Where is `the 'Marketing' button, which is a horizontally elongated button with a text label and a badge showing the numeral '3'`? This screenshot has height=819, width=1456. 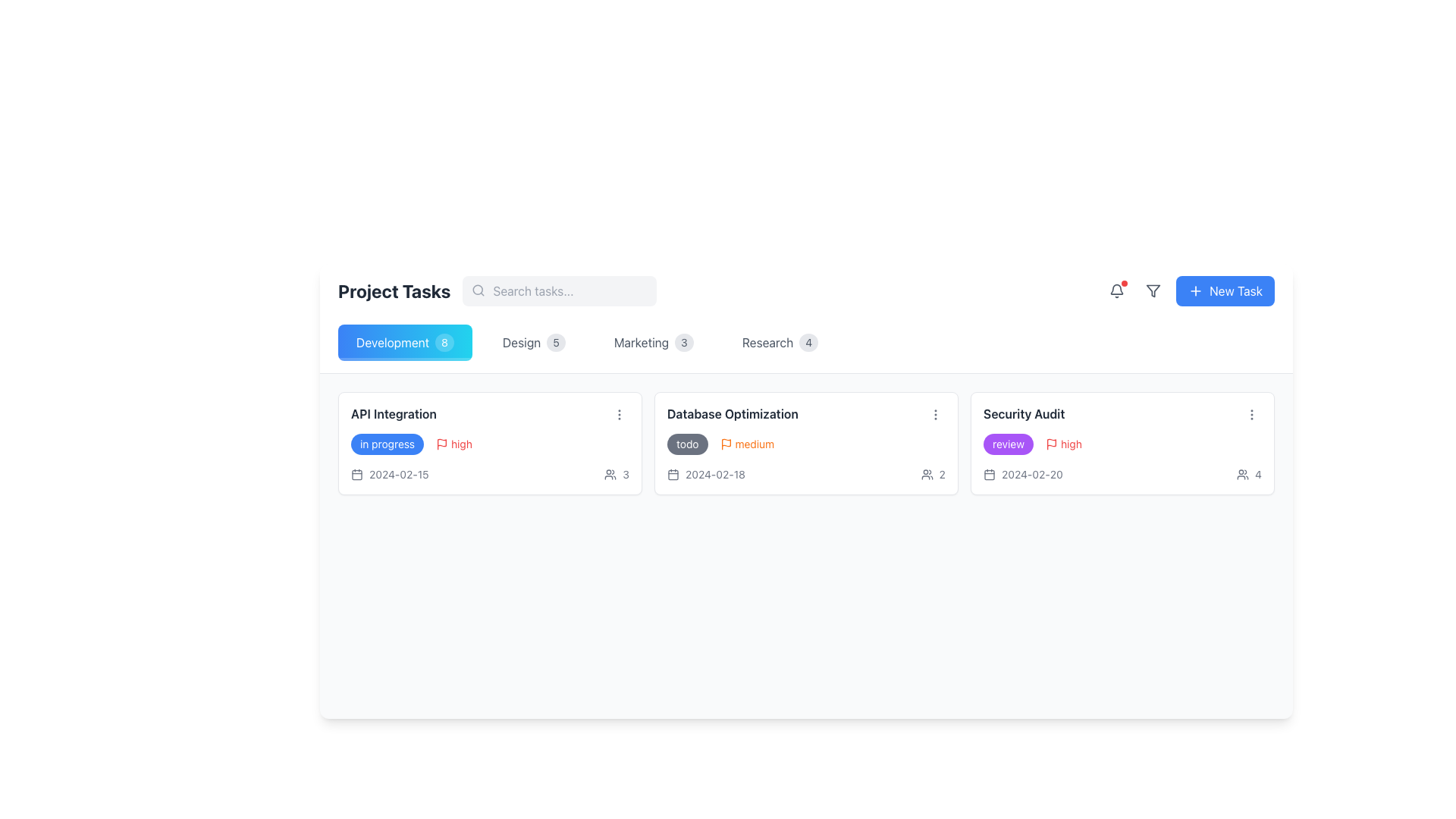
the 'Marketing' button, which is a horizontally elongated button with a text label and a badge showing the numeral '3' is located at coordinates (654, 342).